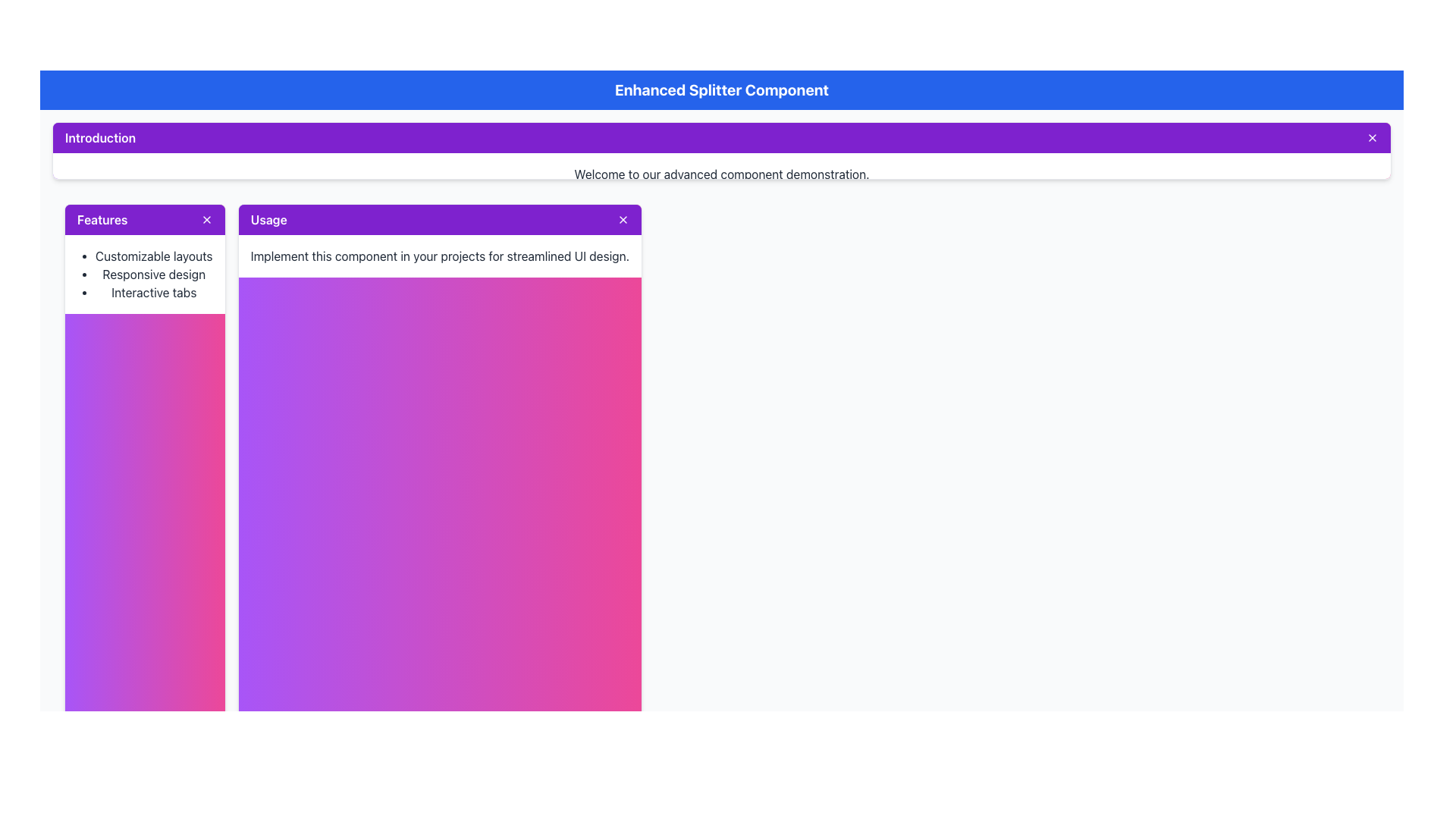 Image resolution: width=1456 pixels, height=819 pixels. What do you see at coordinates (1372, 137) in the screenshot?
I see `the close button located on the far-right side of the purple bar labeled 'Introduction'` at bounding box center [1372, 137].